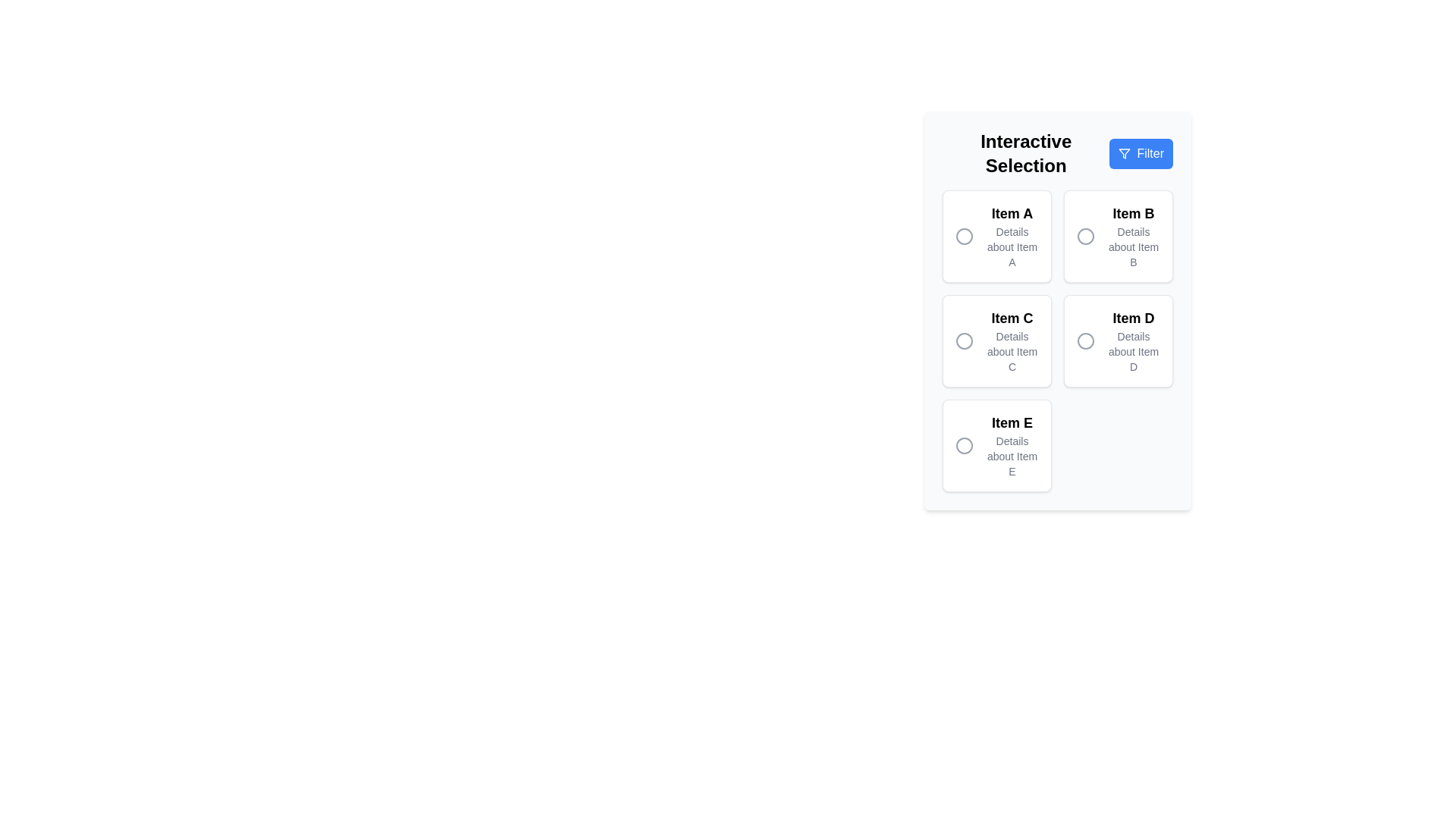  What do you see at coordinates (964, 341) in the screenshot?
I see `the circular radio button located in the middle of the rectangular region labeled 'Item C'` at bounding box center [964, 341].